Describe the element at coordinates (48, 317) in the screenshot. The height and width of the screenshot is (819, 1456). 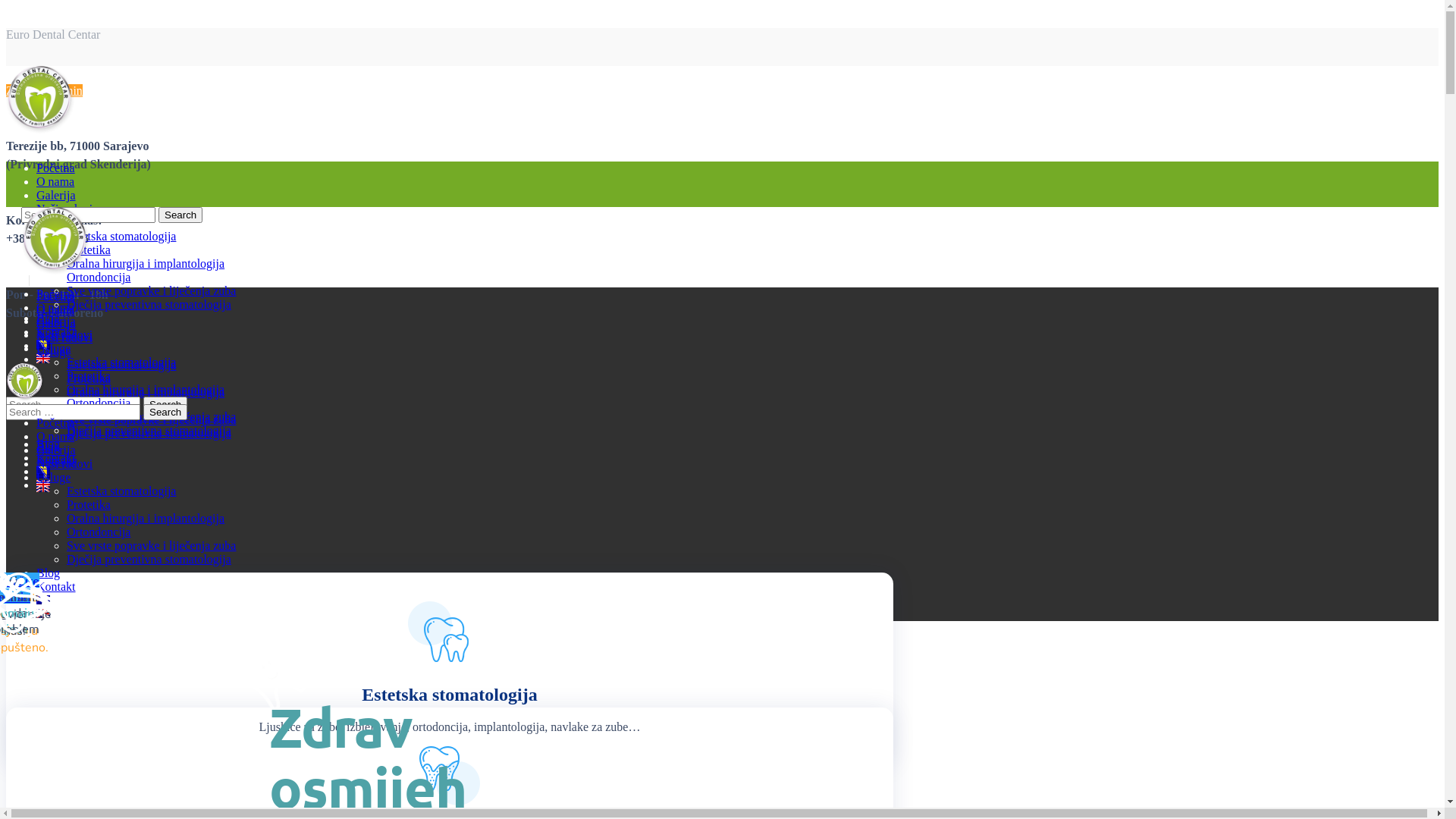
I see `'Blog'` at that location.